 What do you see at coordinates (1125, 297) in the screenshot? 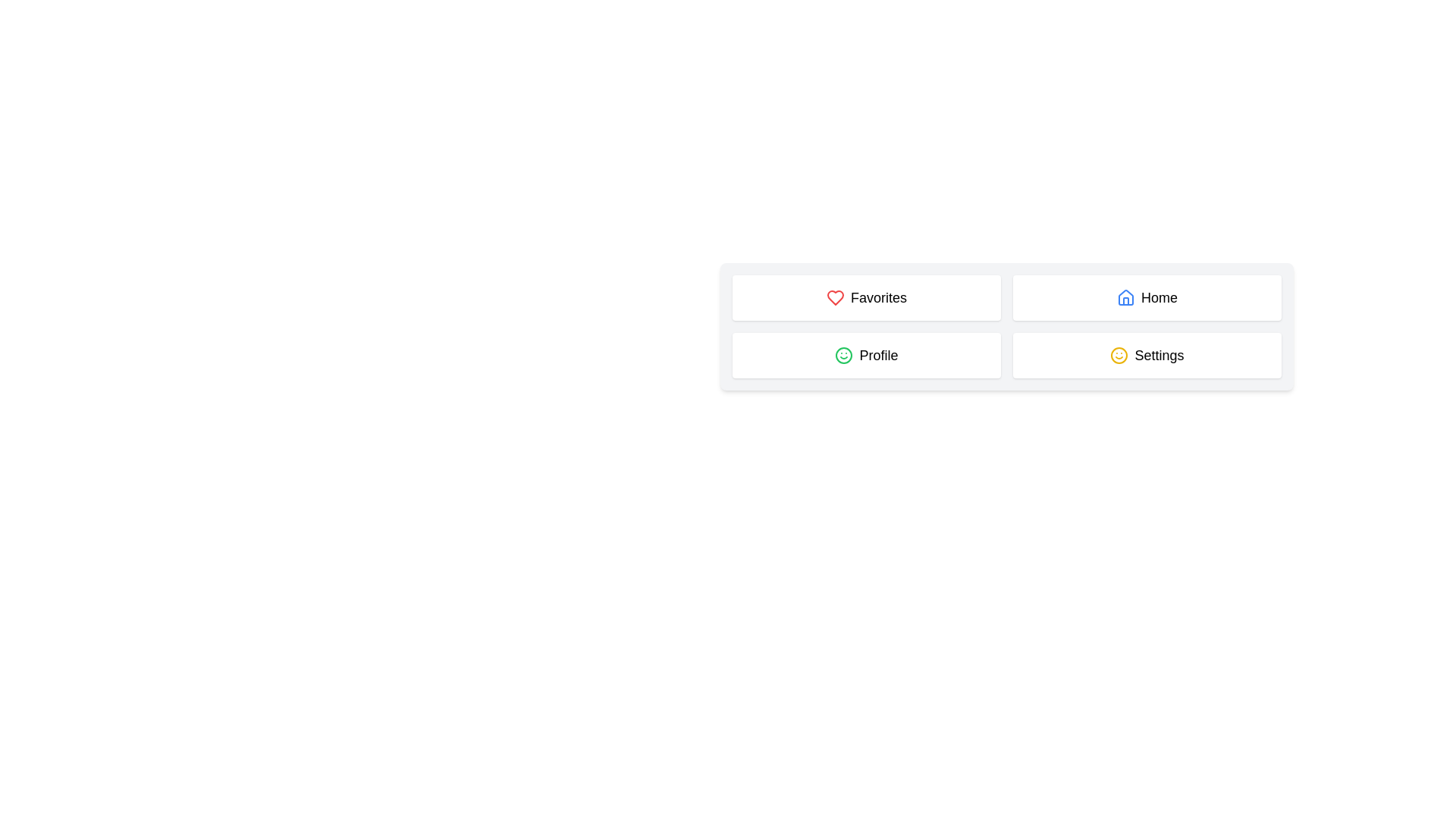
I see `the outer geometric shape of the house icon in the blue-themed section, which represents the 'Home' button located in the upper-right quadrant of the grid layout` at bounding box center [1125, 297].